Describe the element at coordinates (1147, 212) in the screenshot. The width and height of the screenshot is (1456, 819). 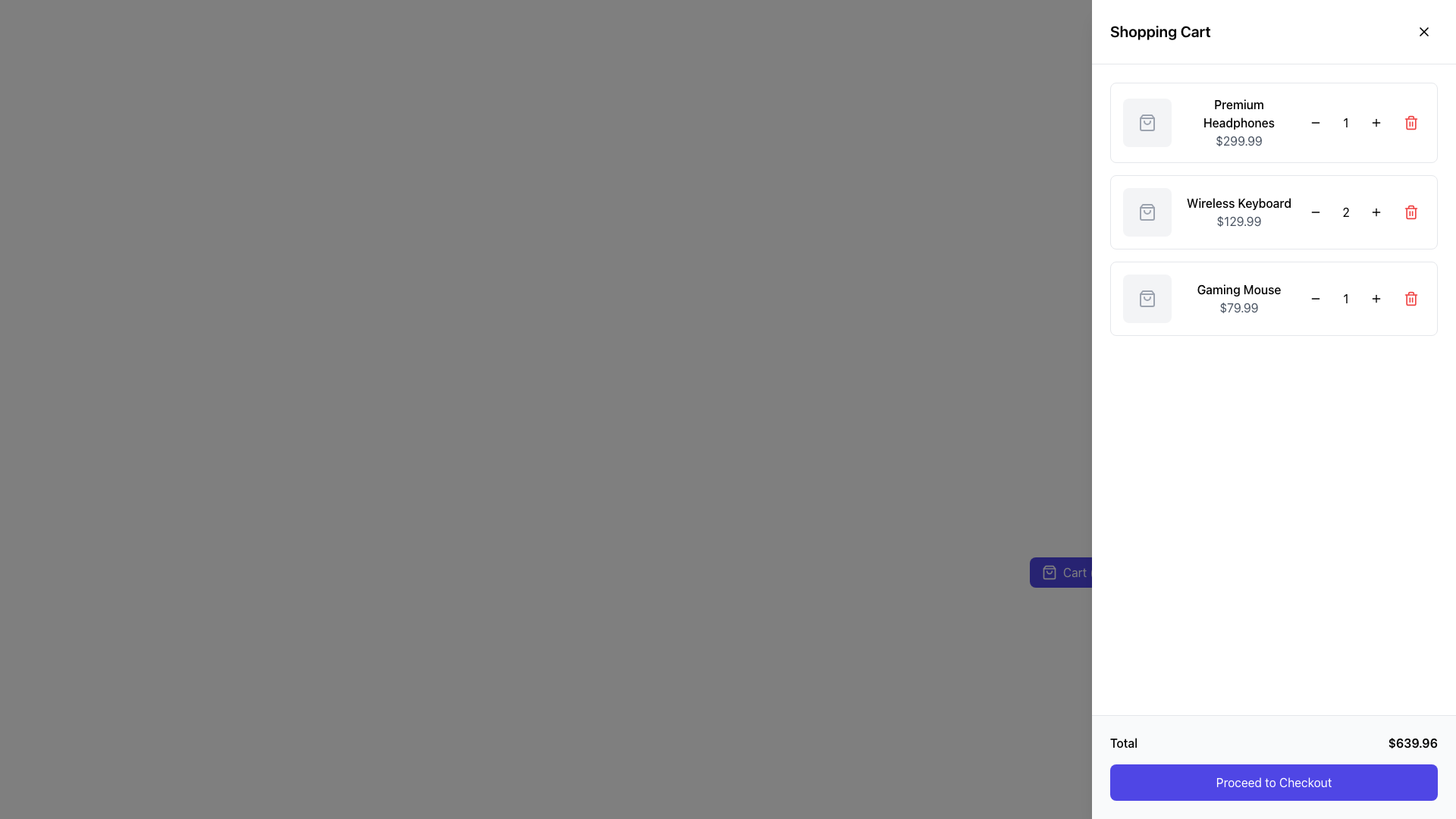
I see `the product image icon located to the left of the 'Wireless Keyboard' text in the shopping cart's second item` at that location.